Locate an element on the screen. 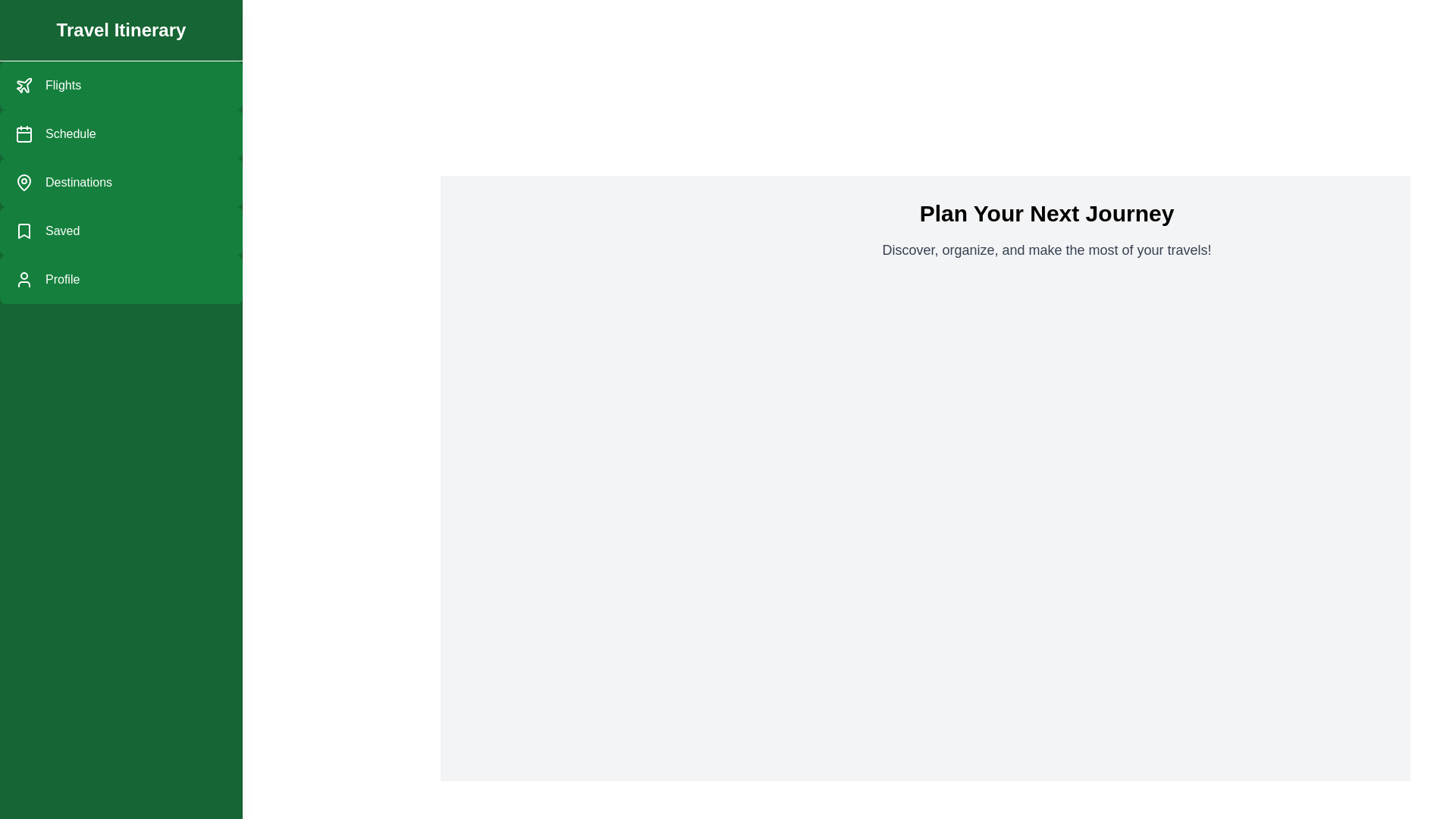 This screenshot has width=1456, height=819. the 'Saved' icon in the sidebar menu of the 'Travel Itinerary' application is located at coordinates (24, 231).